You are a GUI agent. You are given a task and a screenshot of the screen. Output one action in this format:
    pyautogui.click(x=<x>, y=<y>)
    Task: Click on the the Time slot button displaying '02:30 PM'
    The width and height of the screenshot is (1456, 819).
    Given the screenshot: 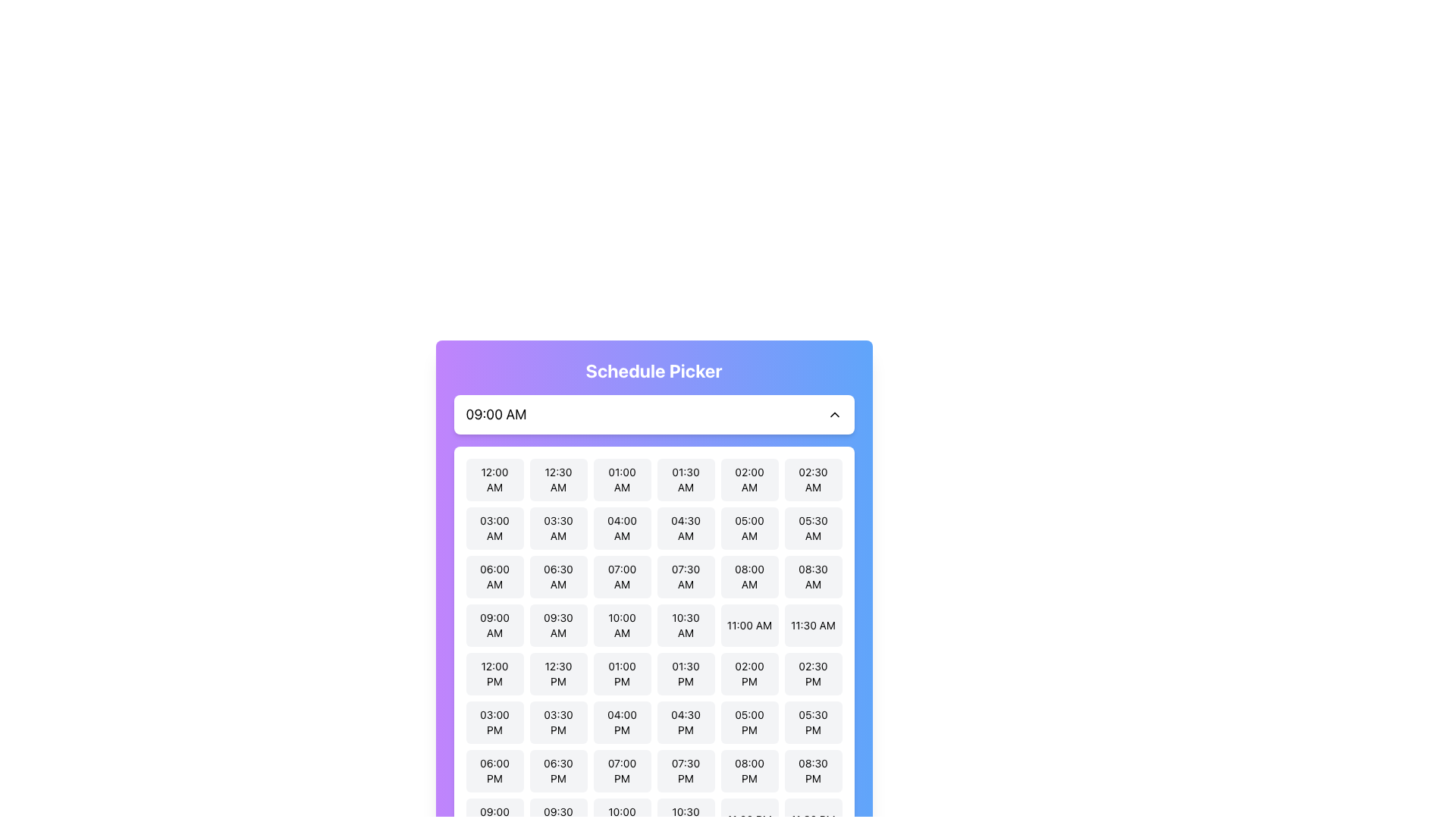 What is the action you would take?
    pyautogui.click(x=812, y=673)
    